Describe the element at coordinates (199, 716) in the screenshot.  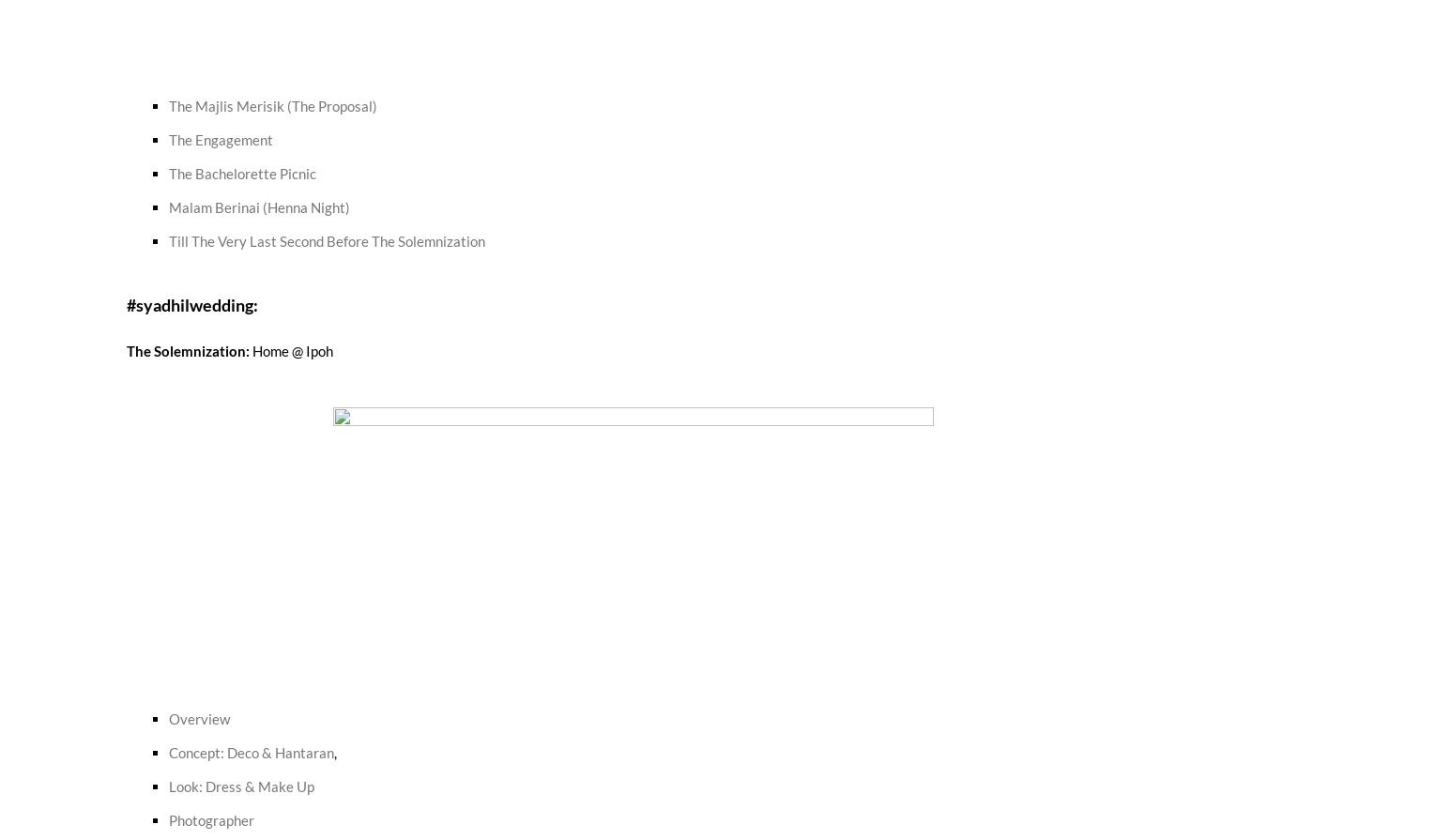
I see `'Overview'` at that location.